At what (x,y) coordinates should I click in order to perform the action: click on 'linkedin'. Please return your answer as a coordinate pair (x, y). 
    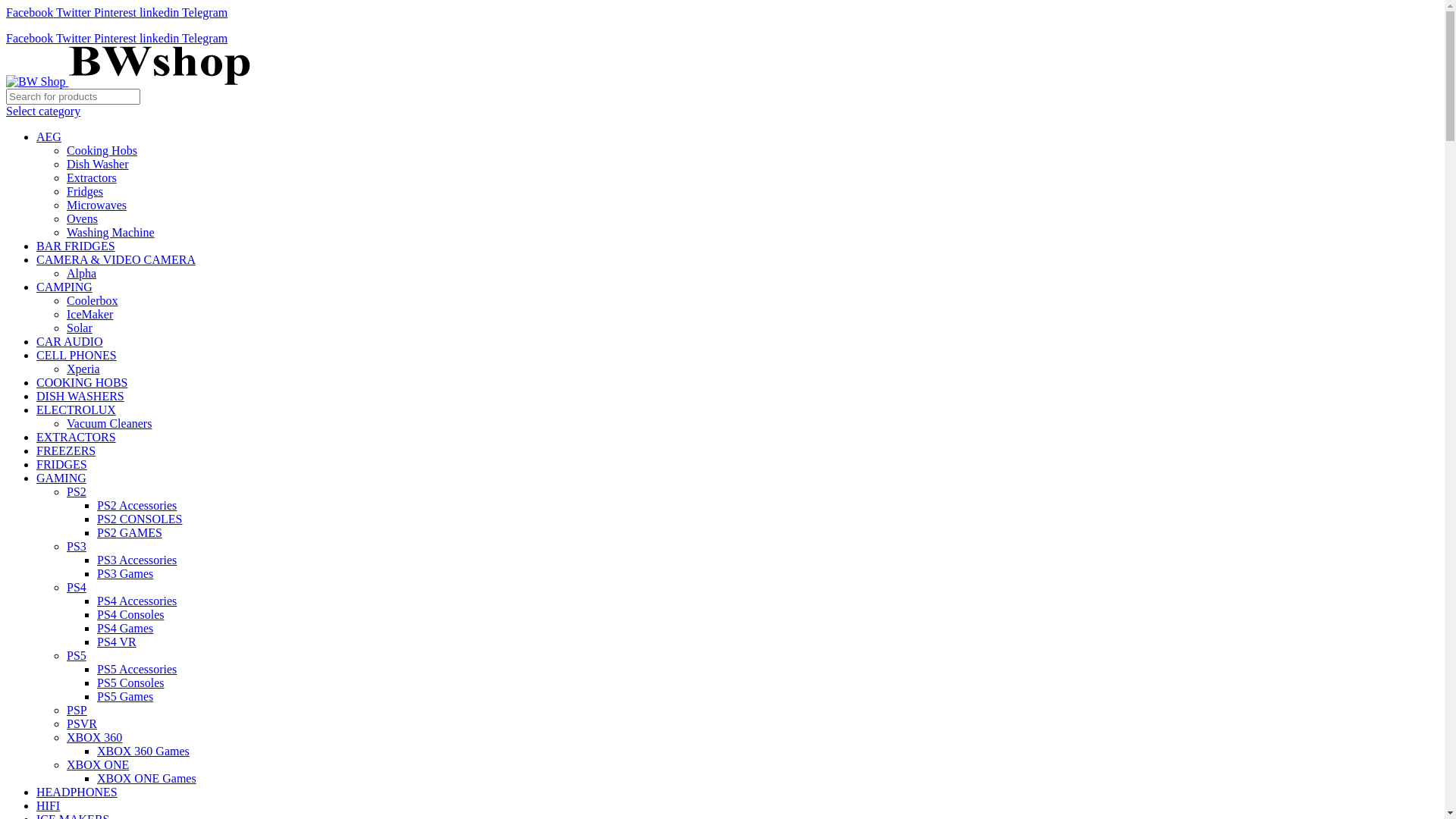
    Looking at the image, I should click on (160, 37).